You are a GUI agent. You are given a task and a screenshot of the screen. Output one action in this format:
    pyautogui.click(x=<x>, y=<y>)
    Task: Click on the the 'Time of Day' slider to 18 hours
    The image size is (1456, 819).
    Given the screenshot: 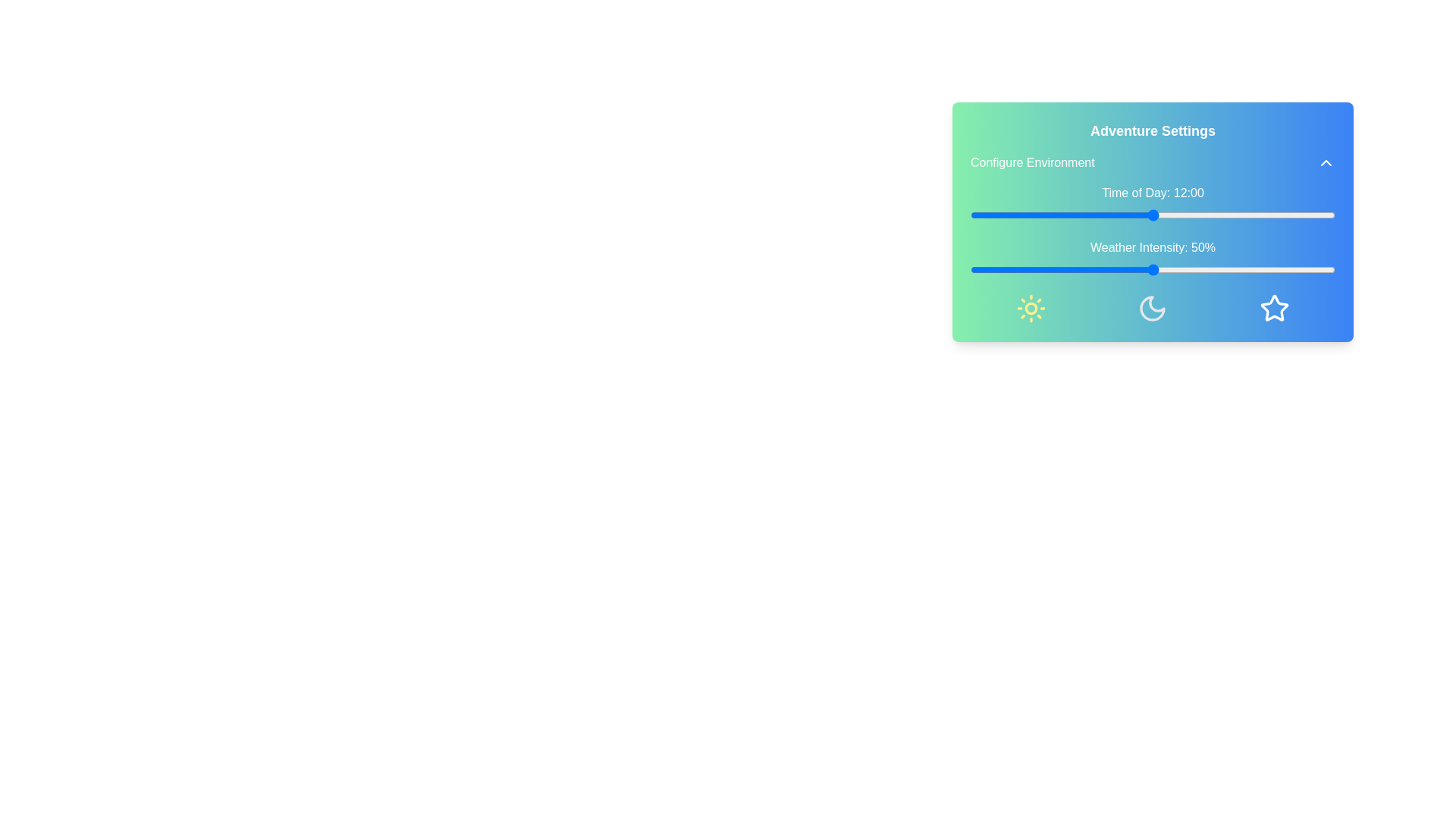 What is the action you would take?
    pyautogui.click(x=1244, y=215)
    